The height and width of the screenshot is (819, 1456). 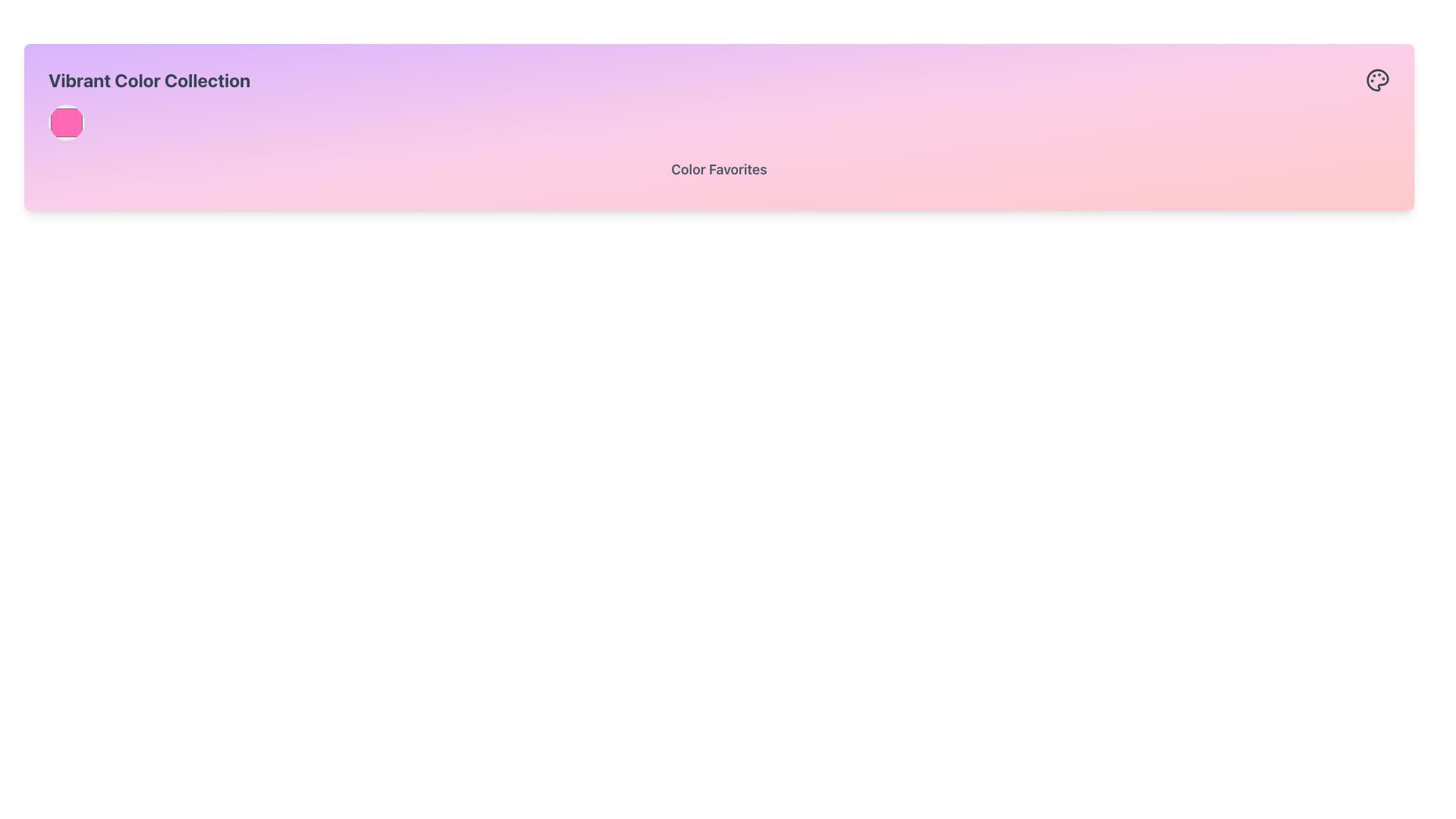 What do you see at coordinates (718, 171) in the screenshot?
I see `the 'Color Favorites' text label, which is styled in a medium-large bold gray font and located near the bottom of the 'Vibrant Color Collection' card` at bounding box center [718, 171].